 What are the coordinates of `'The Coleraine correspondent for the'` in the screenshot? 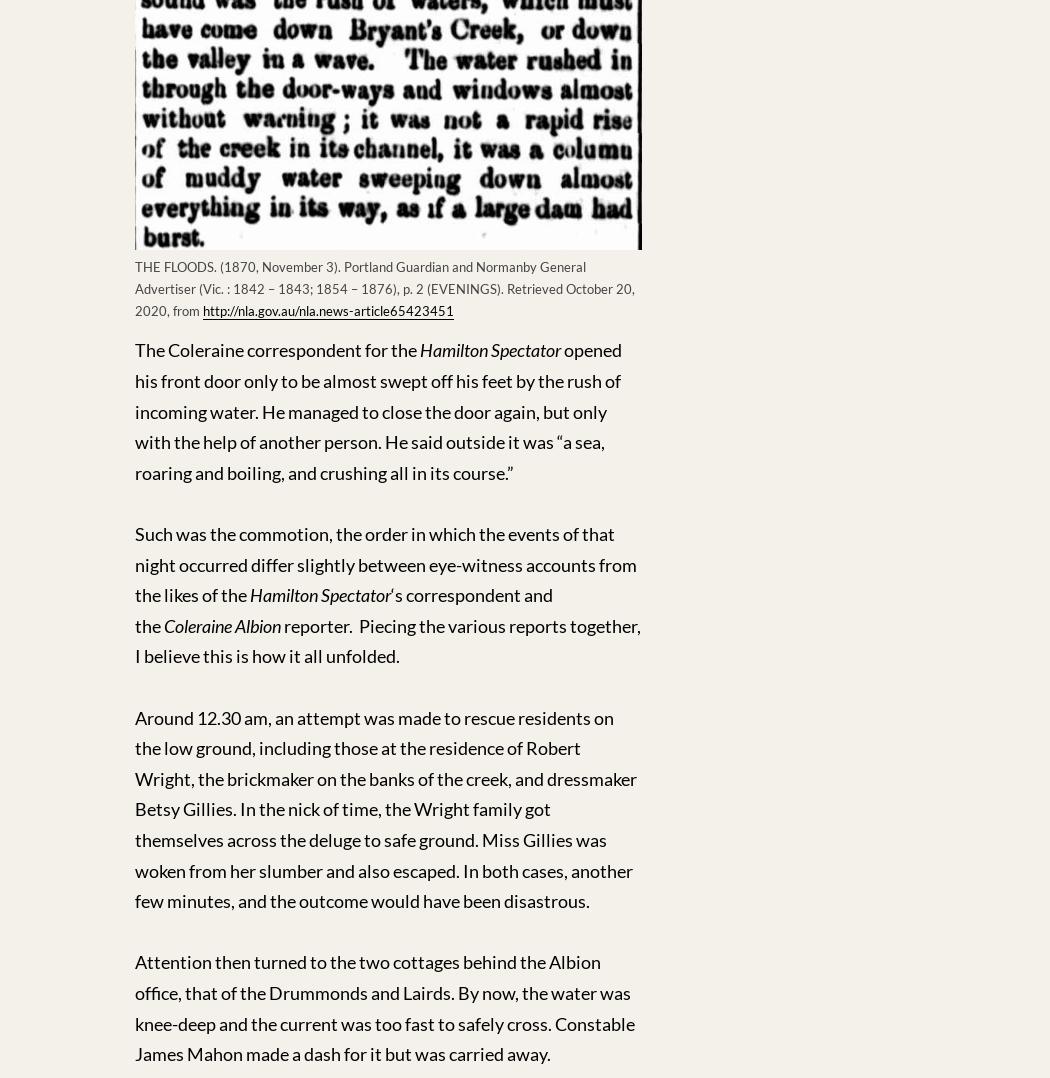 It's located at (134, 350).